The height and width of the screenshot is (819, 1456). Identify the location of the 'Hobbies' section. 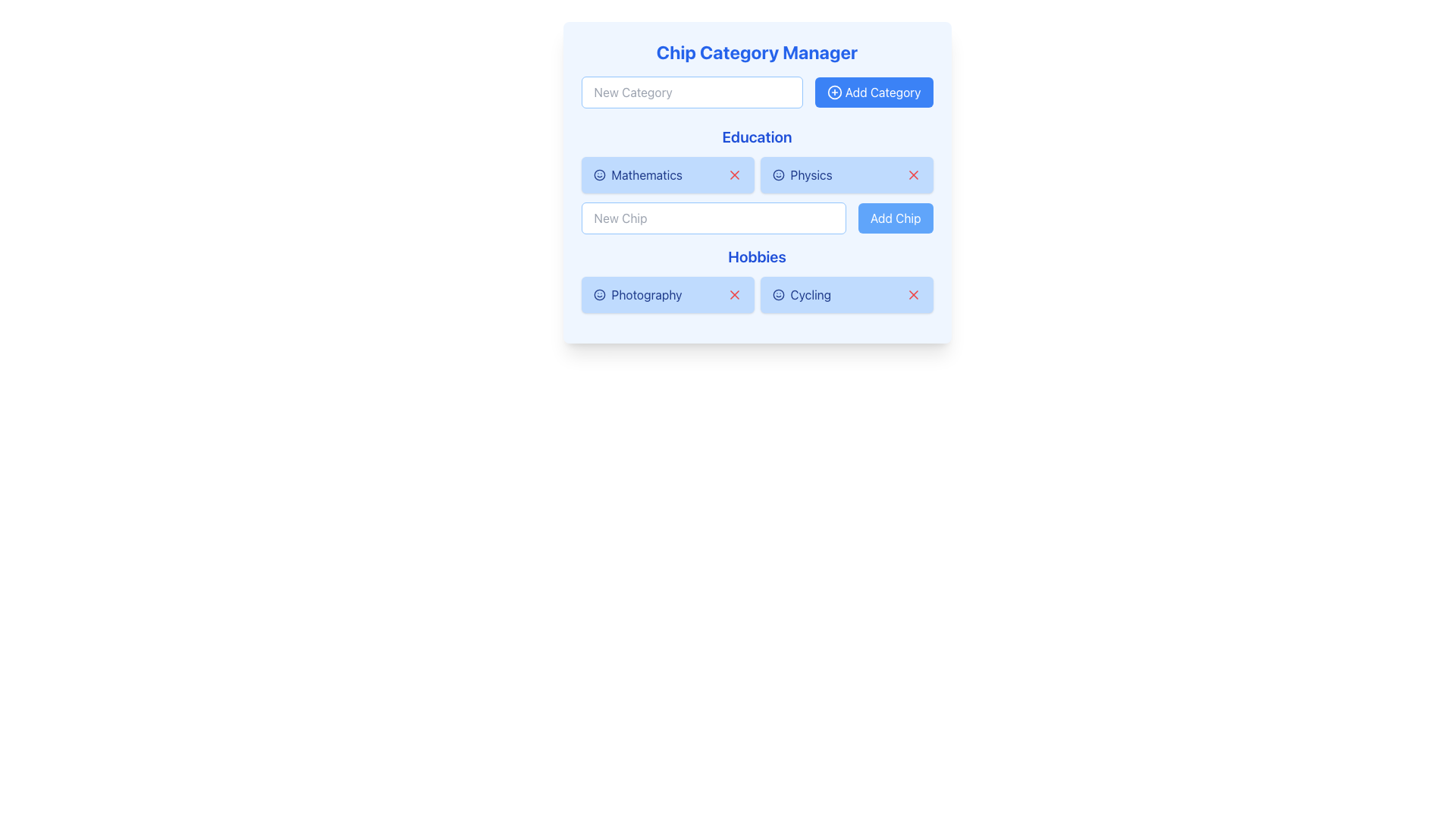
(757, 280).